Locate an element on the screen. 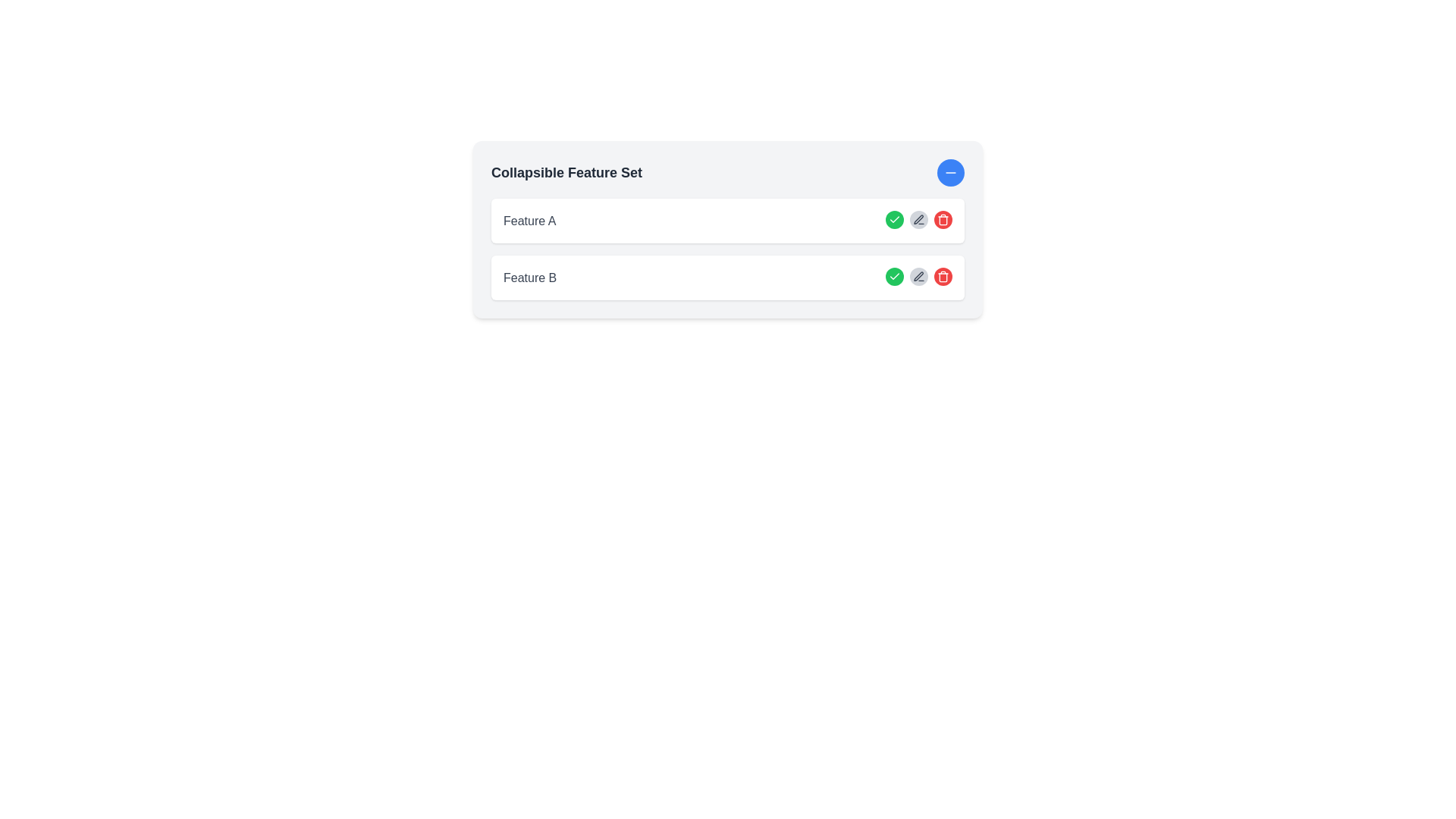 The image size is (1456, 819). the small pen icon button, which is styled as an SVG graphic and located to the right of the 'Feature A' label in the collapsible panel is located at coordinates (918, 277).